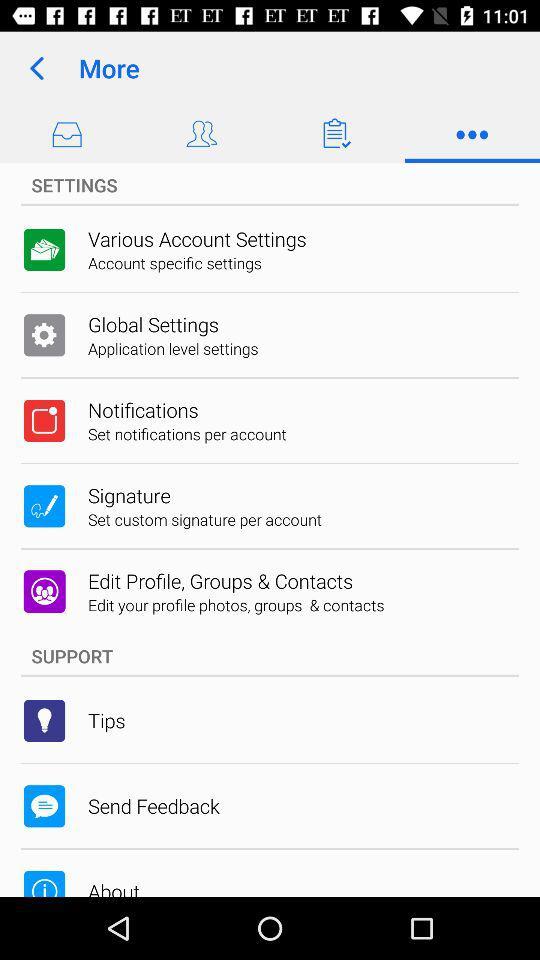 The image size is (540, 960). Describe the element at coordinates (173, 348) in the screenshot. I see `application level settings` at that location.